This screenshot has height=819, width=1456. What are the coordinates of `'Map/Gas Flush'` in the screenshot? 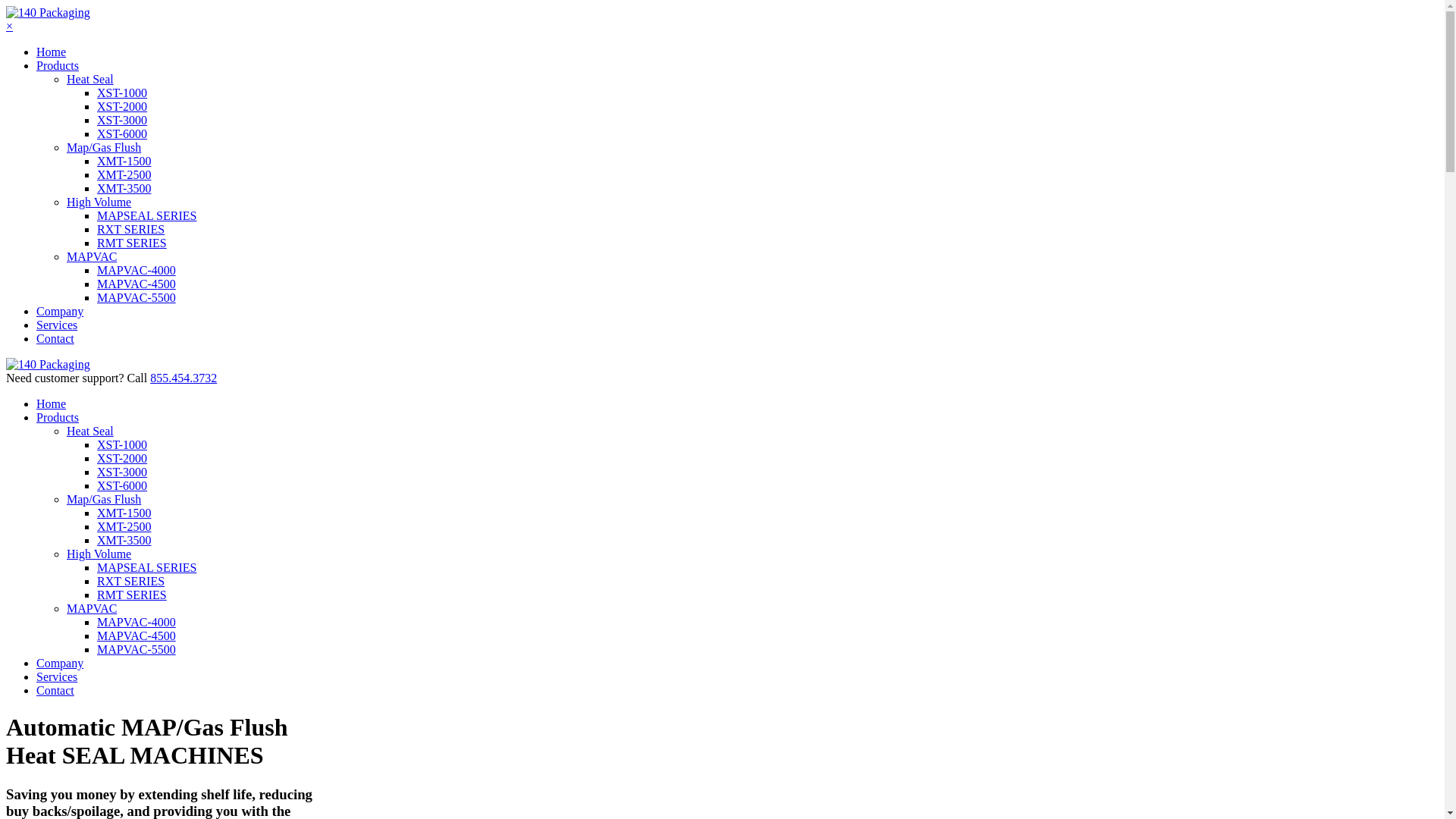 It's located at (103, 499).